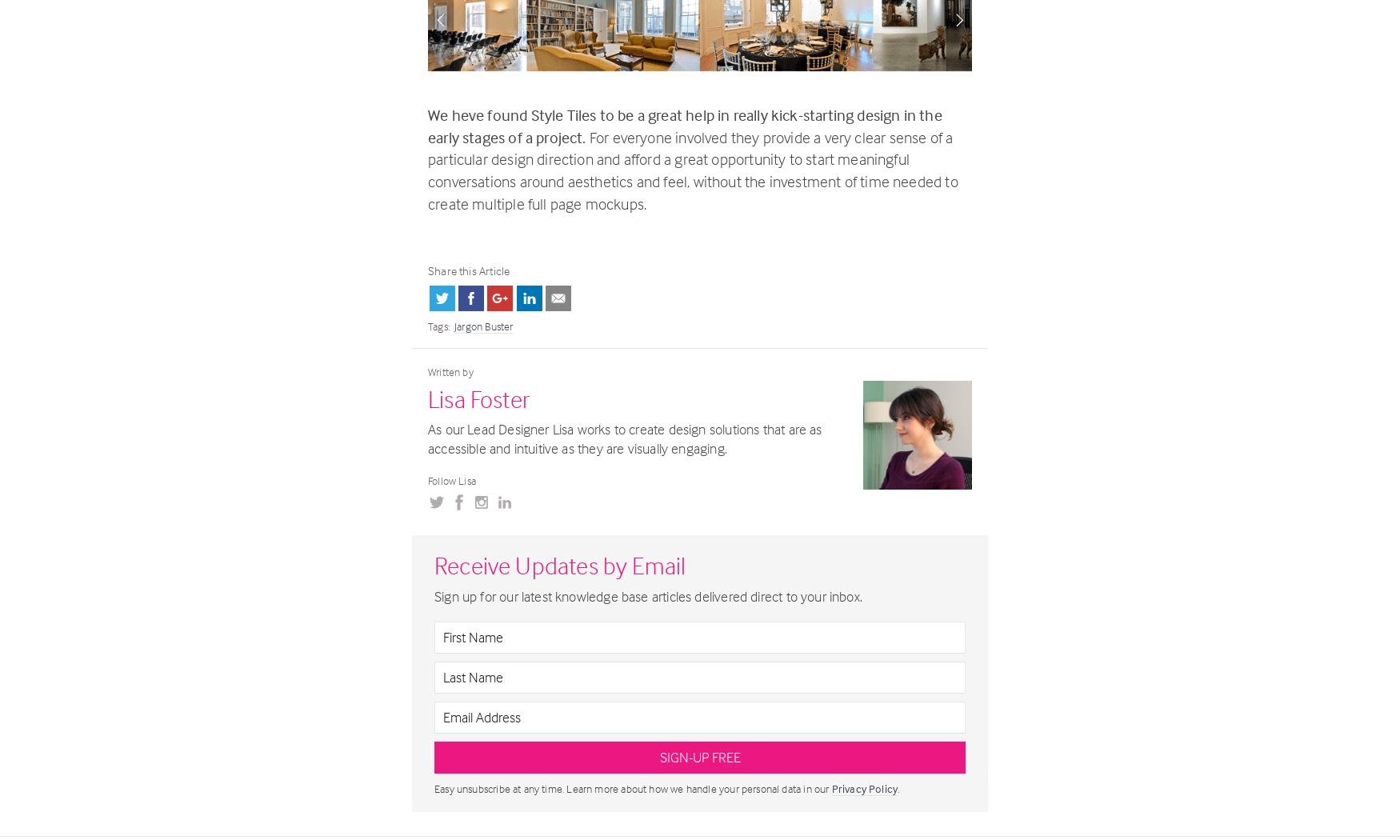 The width and height of the screenshot is (1400, 840). Describe the element at coordinates (478, 398) in the screenshot. I see `'Lisa Foster'` at that location.